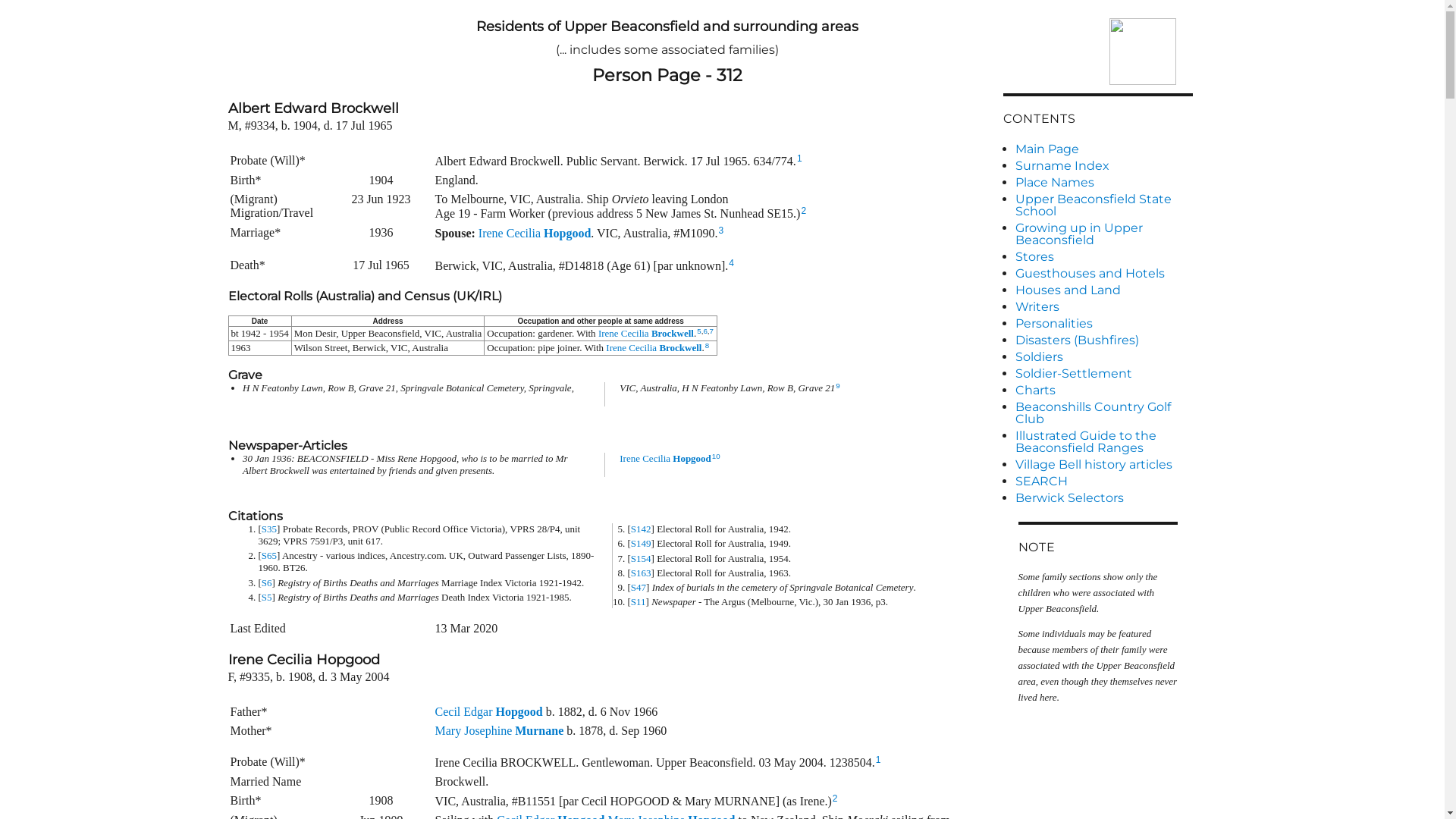 This screenshot has width=1456, height=819. Describe the element at coordinates (706, 345) in the screenshot. I see `'8'` at that location.